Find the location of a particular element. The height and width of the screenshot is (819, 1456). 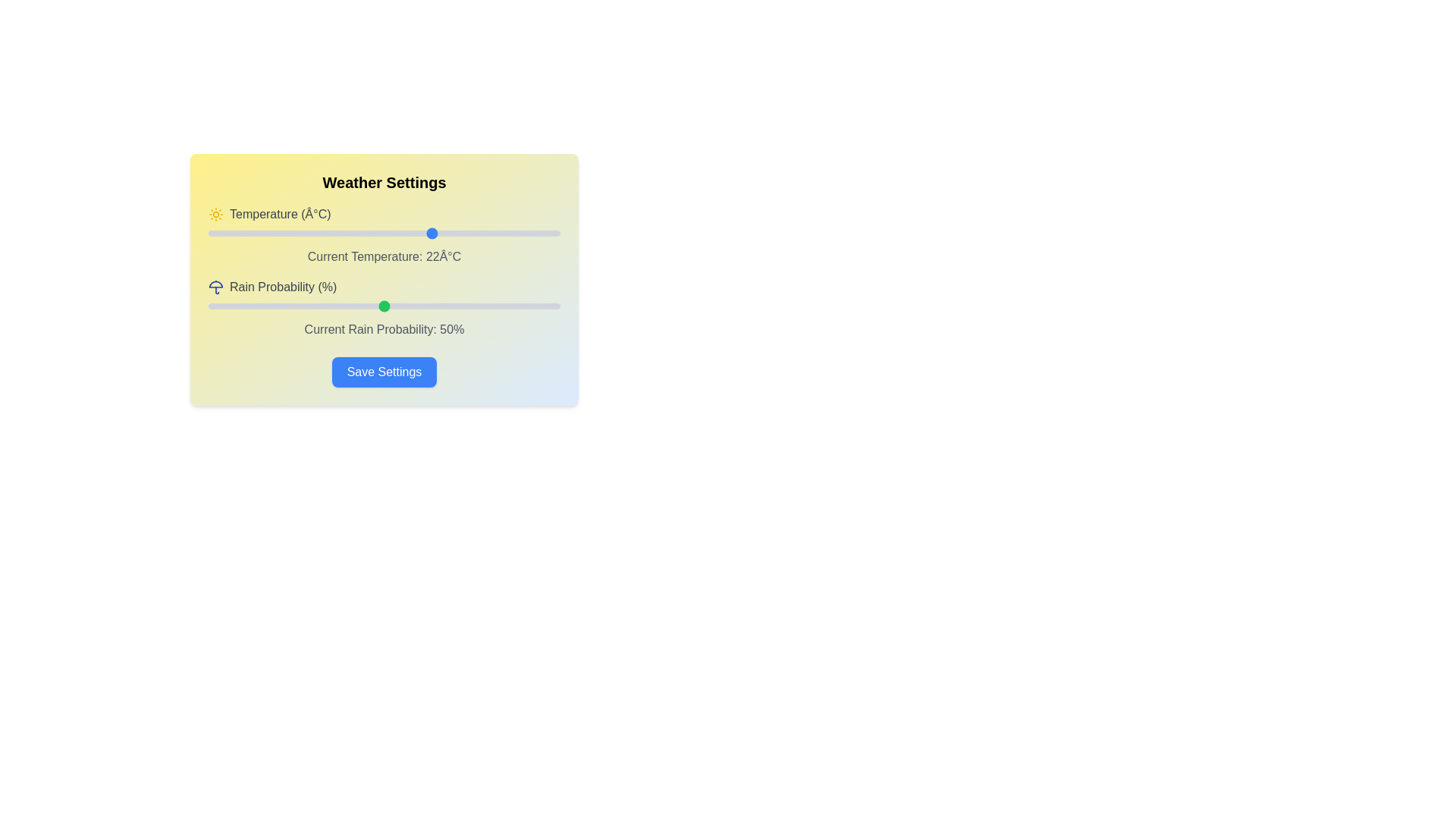

the temperature slider to 18 degrees Celsius is located at coordinates (405, 234).